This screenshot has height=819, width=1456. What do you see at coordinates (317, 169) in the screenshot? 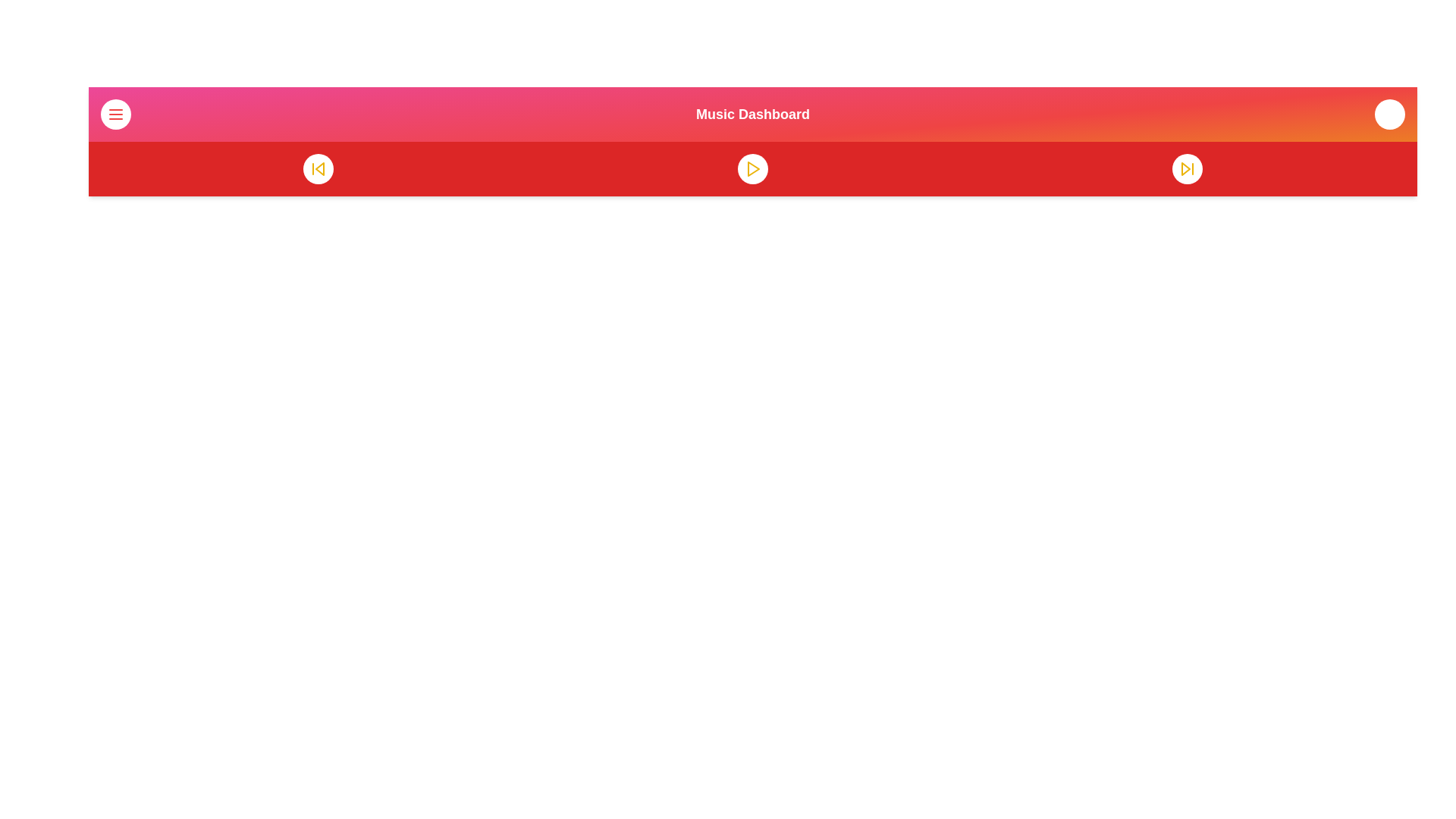
I see `the skip back button to rewind the track` at bounding box center [317, 169].